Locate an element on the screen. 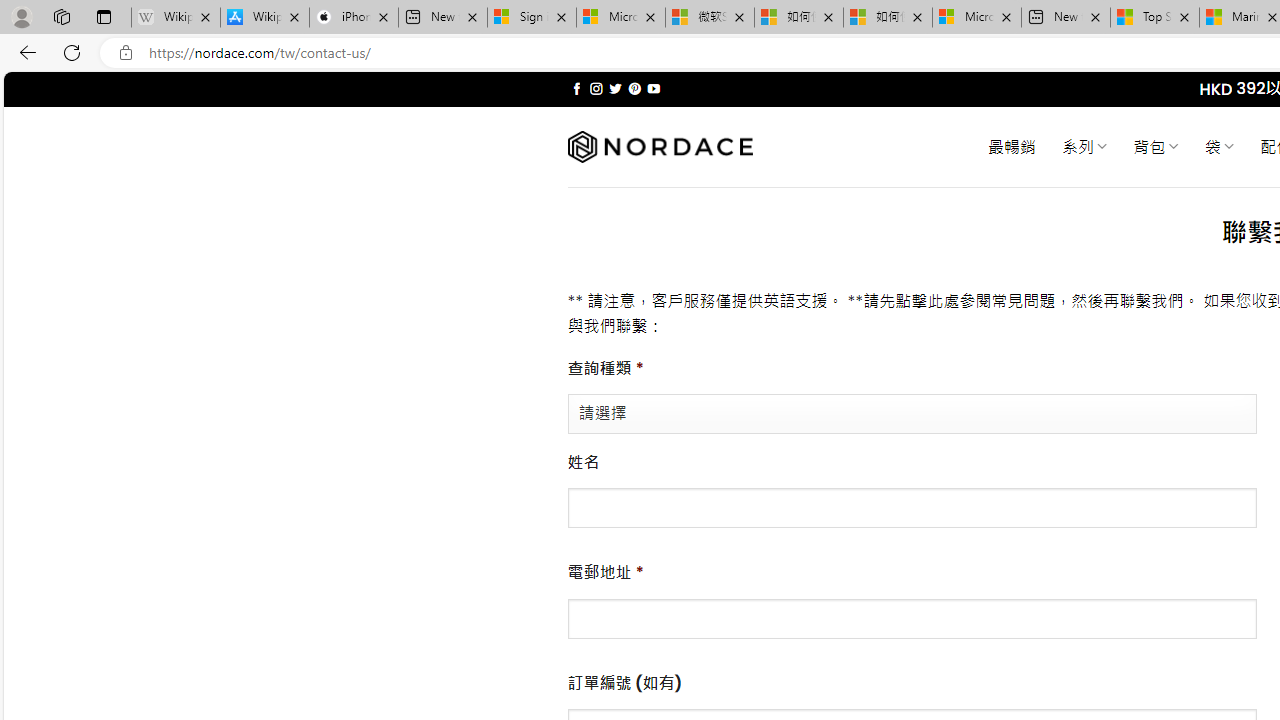 The width and height of the screenshot is (1280, 720). 'Follow on Pinterest' is located at coordinates (633, 88).